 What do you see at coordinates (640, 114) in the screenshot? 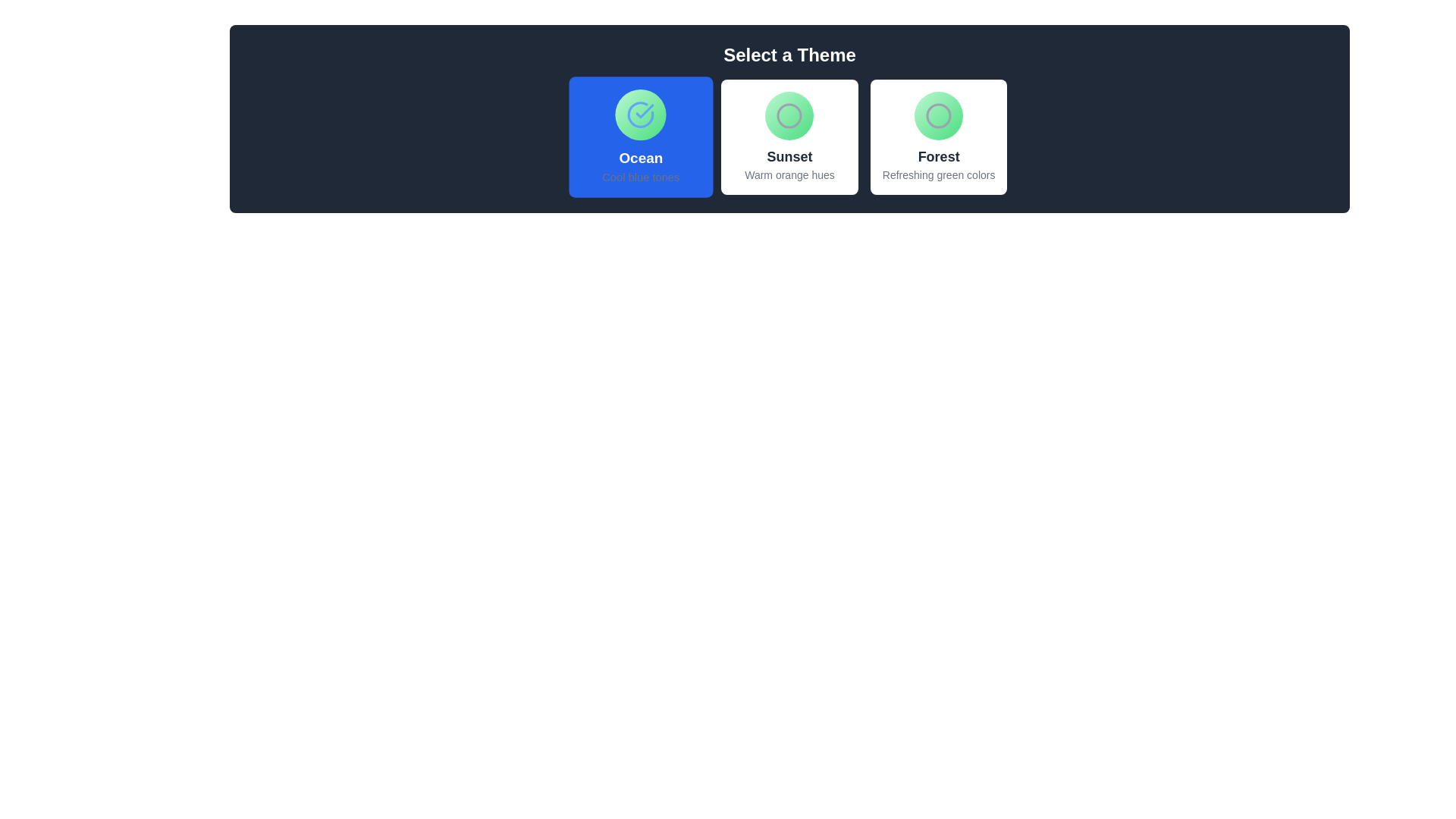
I see `the circular graphic icon with a blue outline and checkmark inside, indicating a completed state, located in the top middle part of the interface within the 'Ocean' selection option of the theme chooser` at bounding box center [640, 114].